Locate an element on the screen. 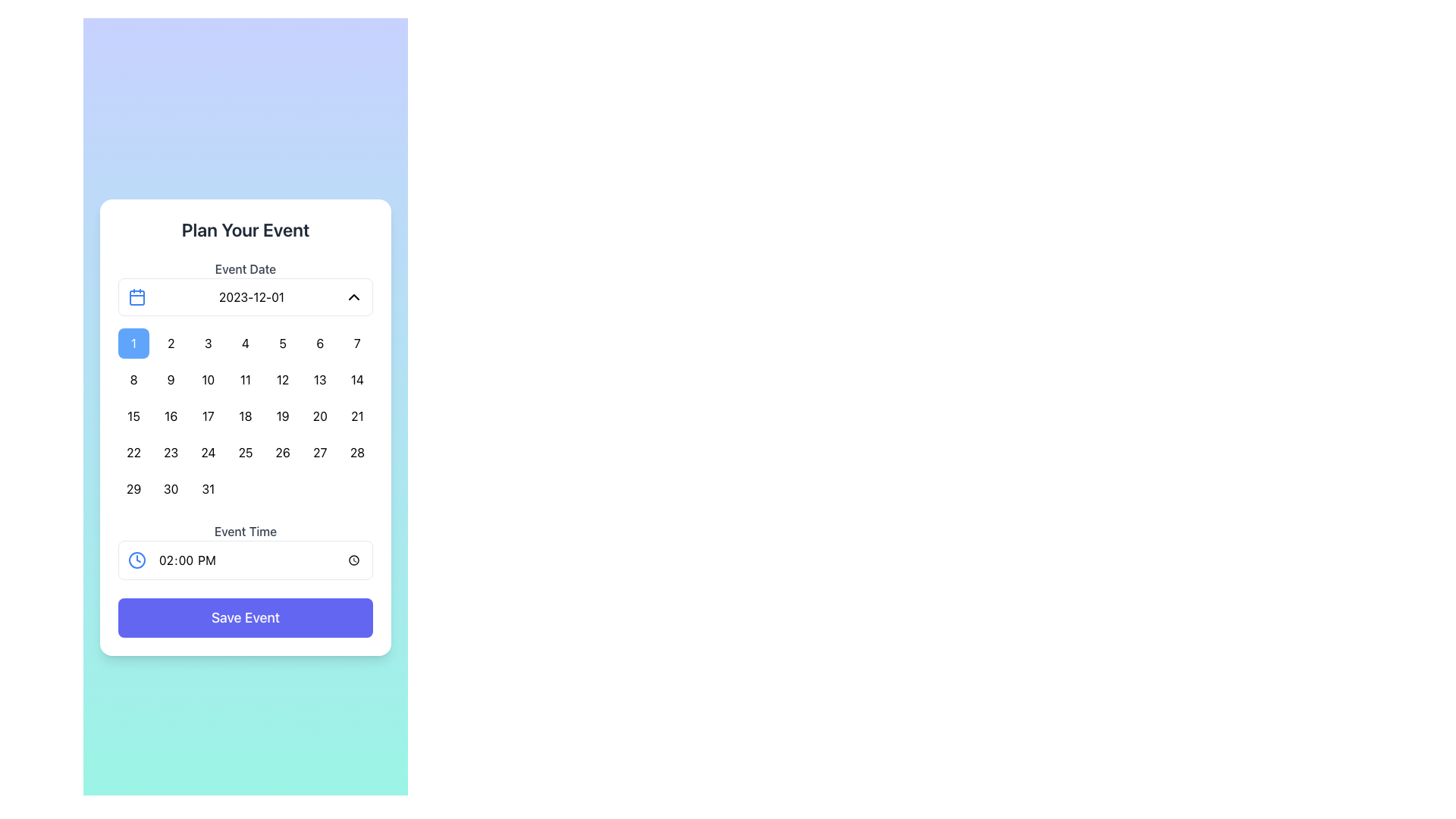 The width and height of the screenshot is (1456, 819). the button representing the 25th day in the calendar is located at coordinates (245, 452).